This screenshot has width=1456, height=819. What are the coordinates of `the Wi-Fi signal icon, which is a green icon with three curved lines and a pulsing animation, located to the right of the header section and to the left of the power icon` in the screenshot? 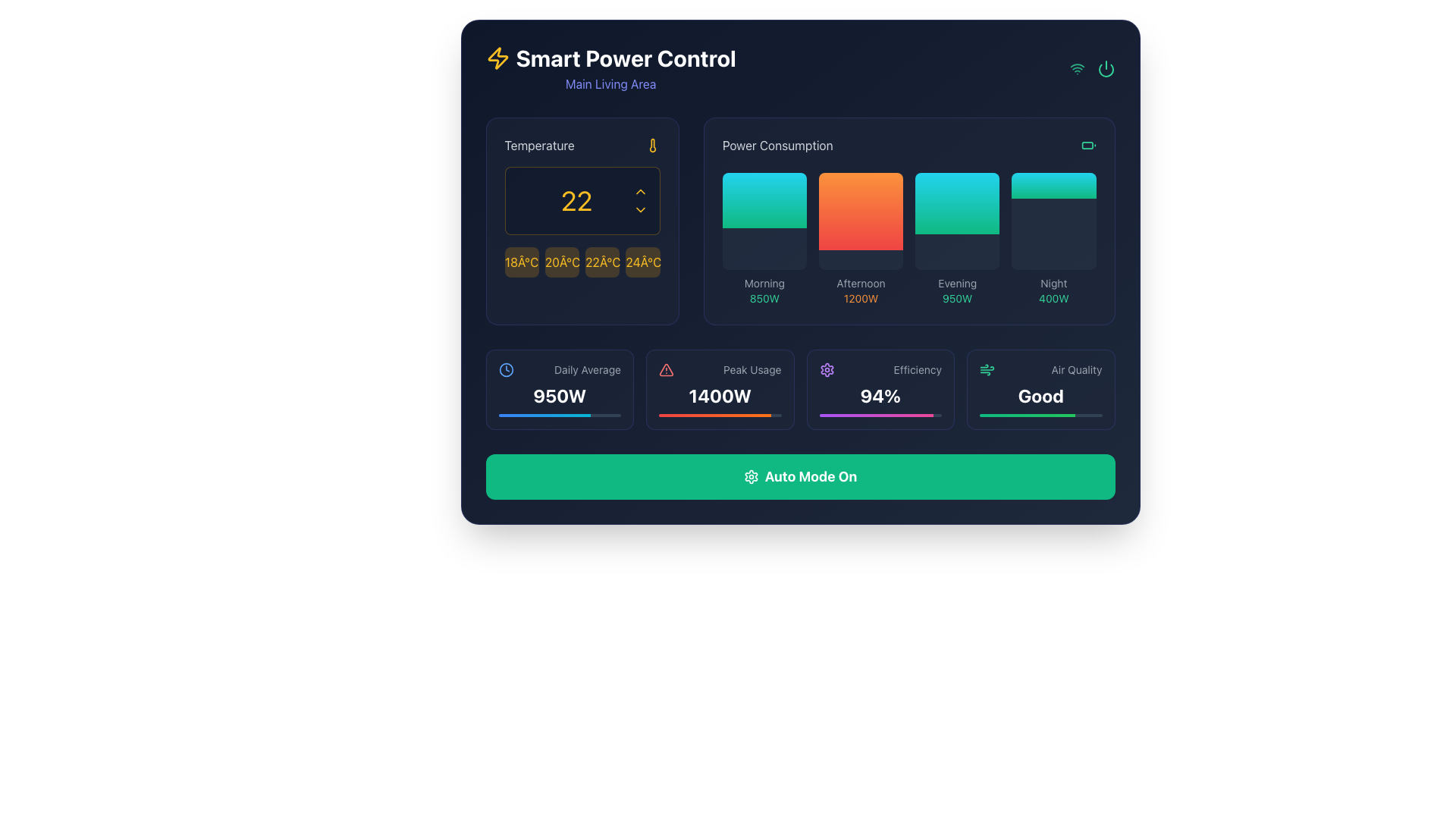 It's located at (1076, 69).